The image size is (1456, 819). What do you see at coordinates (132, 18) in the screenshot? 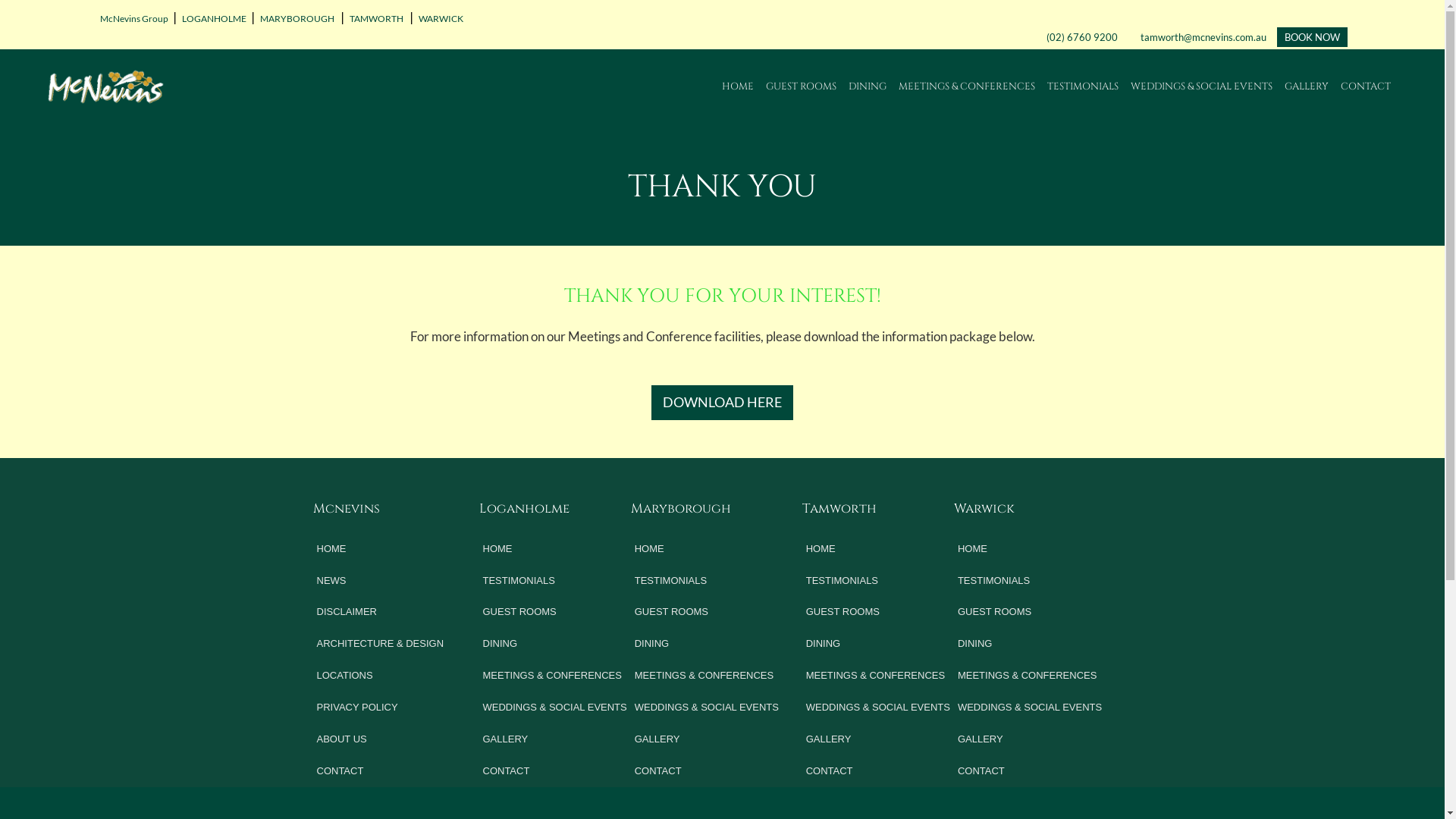
I see `'  McNevins Group'` at bounding box center [132, 18].